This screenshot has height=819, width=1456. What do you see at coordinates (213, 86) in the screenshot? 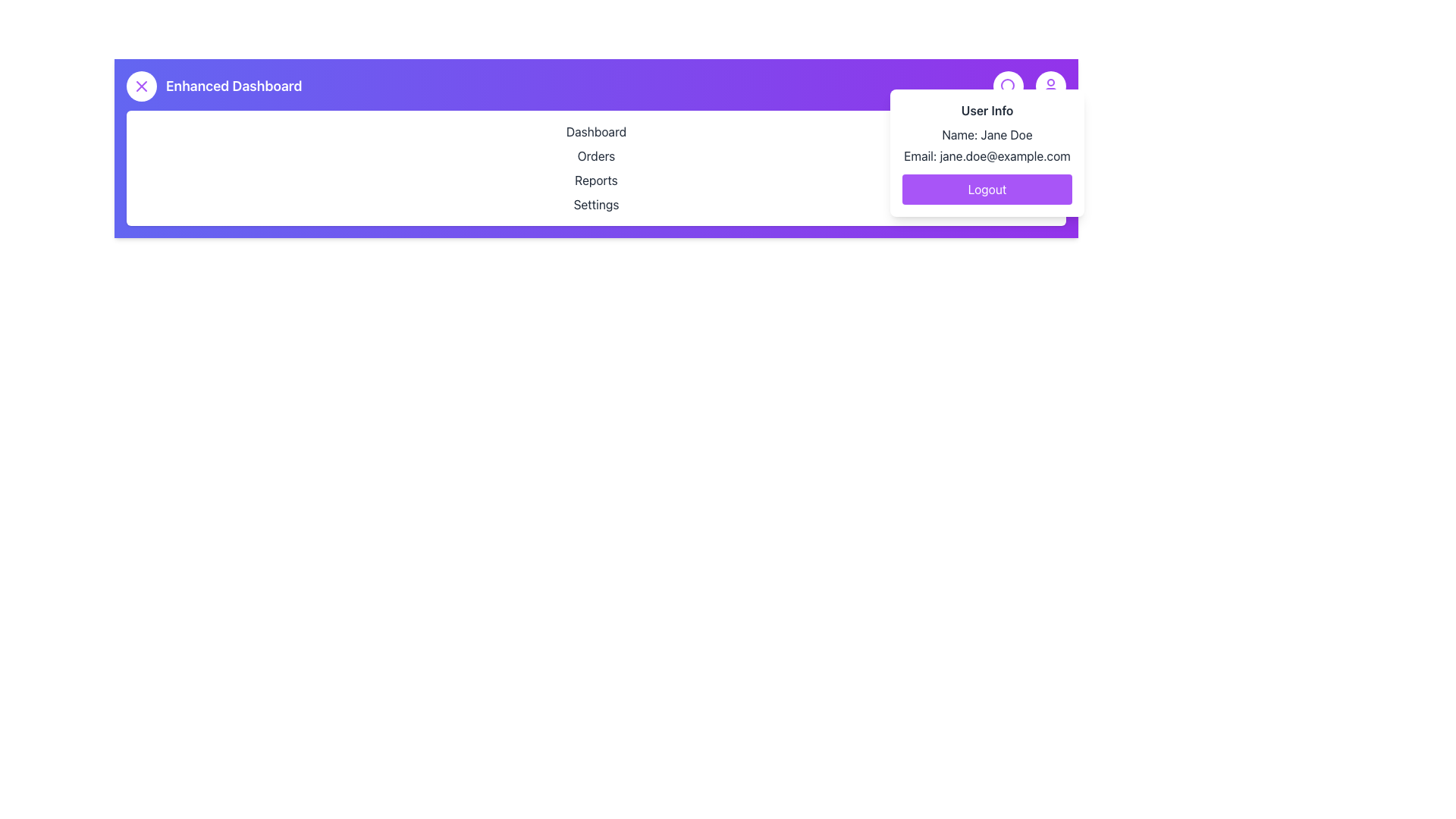
I see `the static text label that reads 'Enhanced Dashboard', which is styled in bold and located in the purple header bar near the top-left corner of the interface` at bounding box center [213, 86].